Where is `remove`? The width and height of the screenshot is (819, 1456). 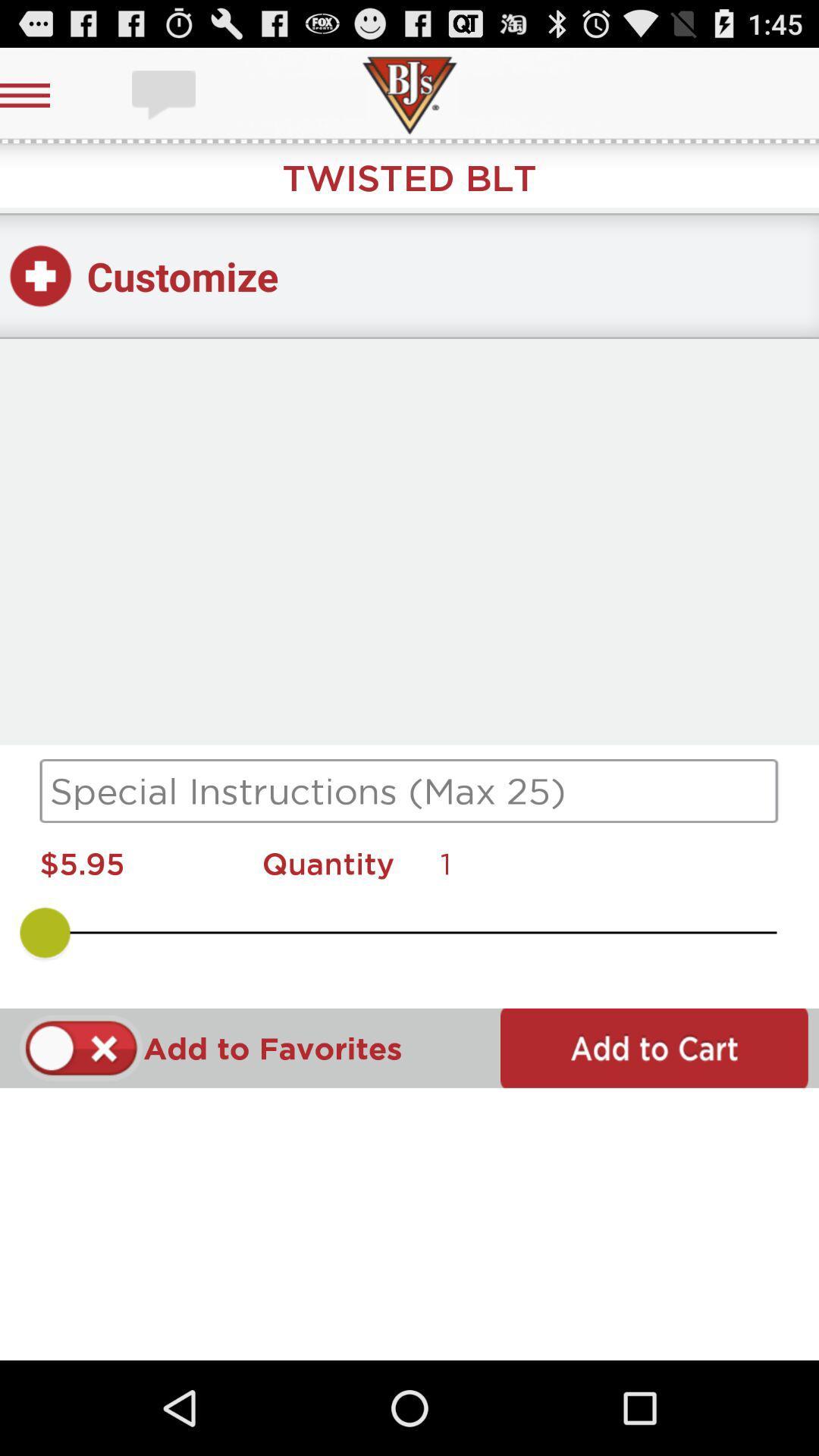 remove is located at coordinates (81, 1047).